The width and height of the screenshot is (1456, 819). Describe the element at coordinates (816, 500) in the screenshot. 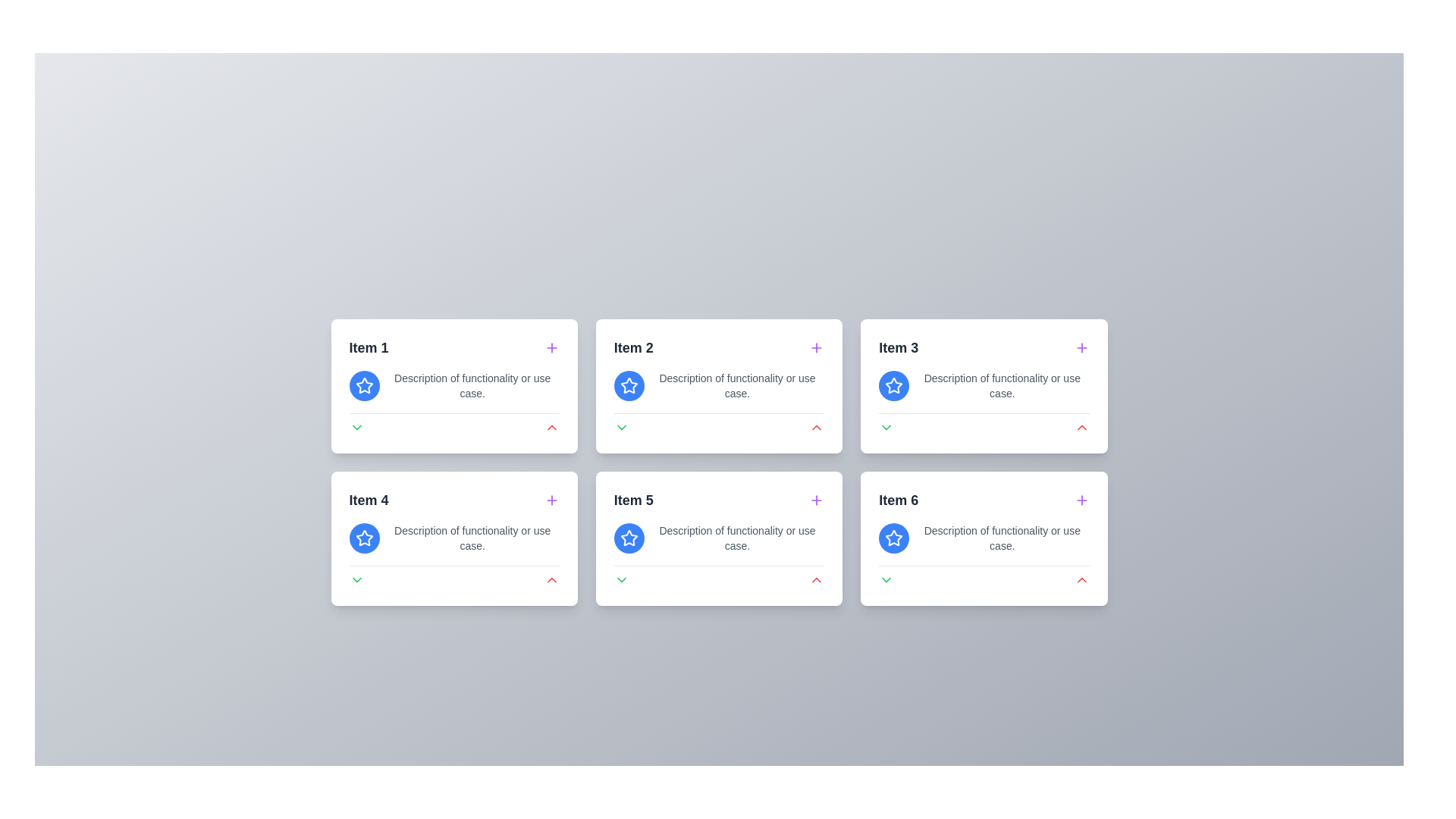

I see `the interactive button` at that location.